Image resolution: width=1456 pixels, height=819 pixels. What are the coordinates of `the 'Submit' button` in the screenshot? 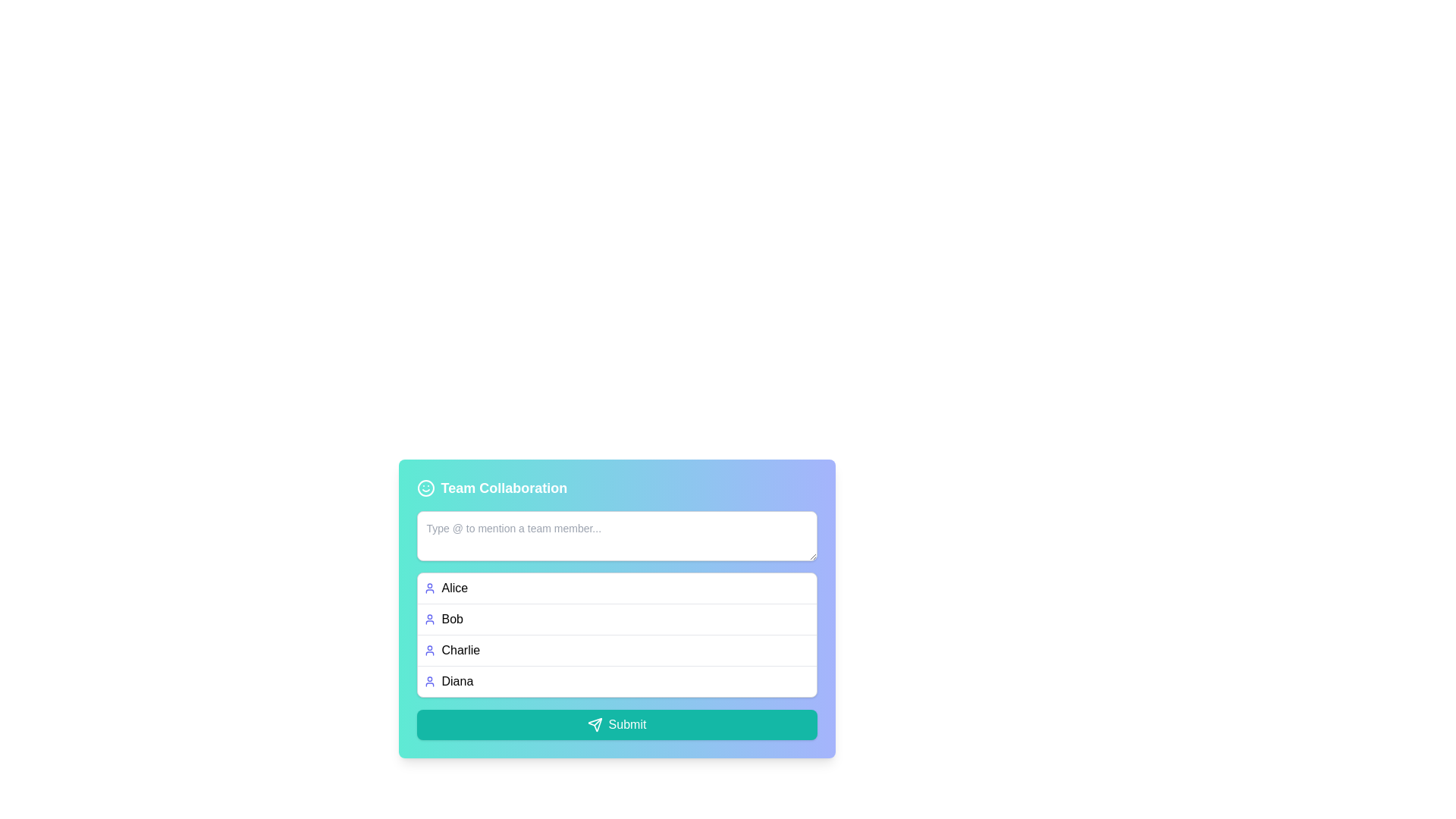 It's located at (617, 724).